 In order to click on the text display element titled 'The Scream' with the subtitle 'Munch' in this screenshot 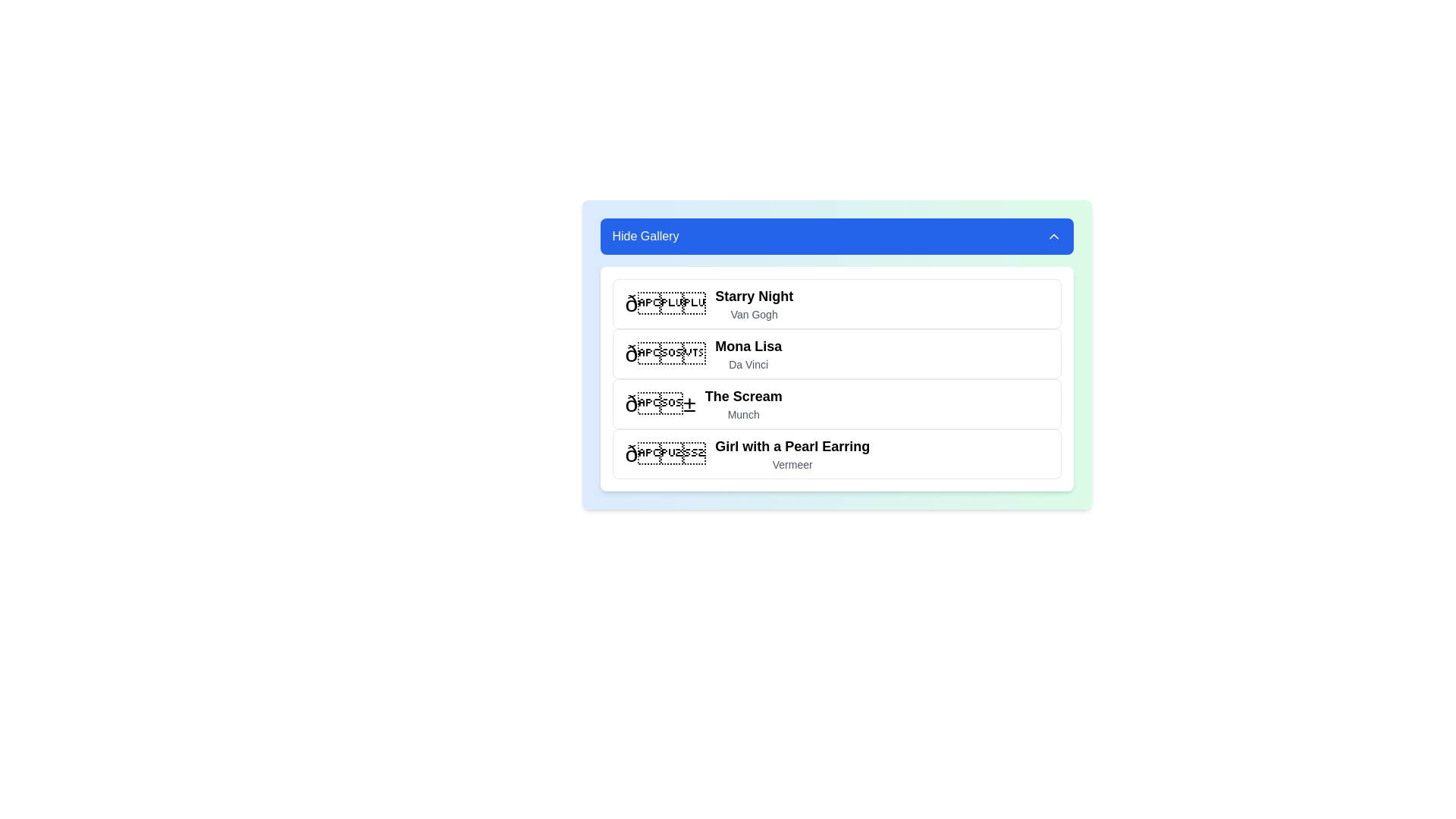, I will do `click(743, 403)`.